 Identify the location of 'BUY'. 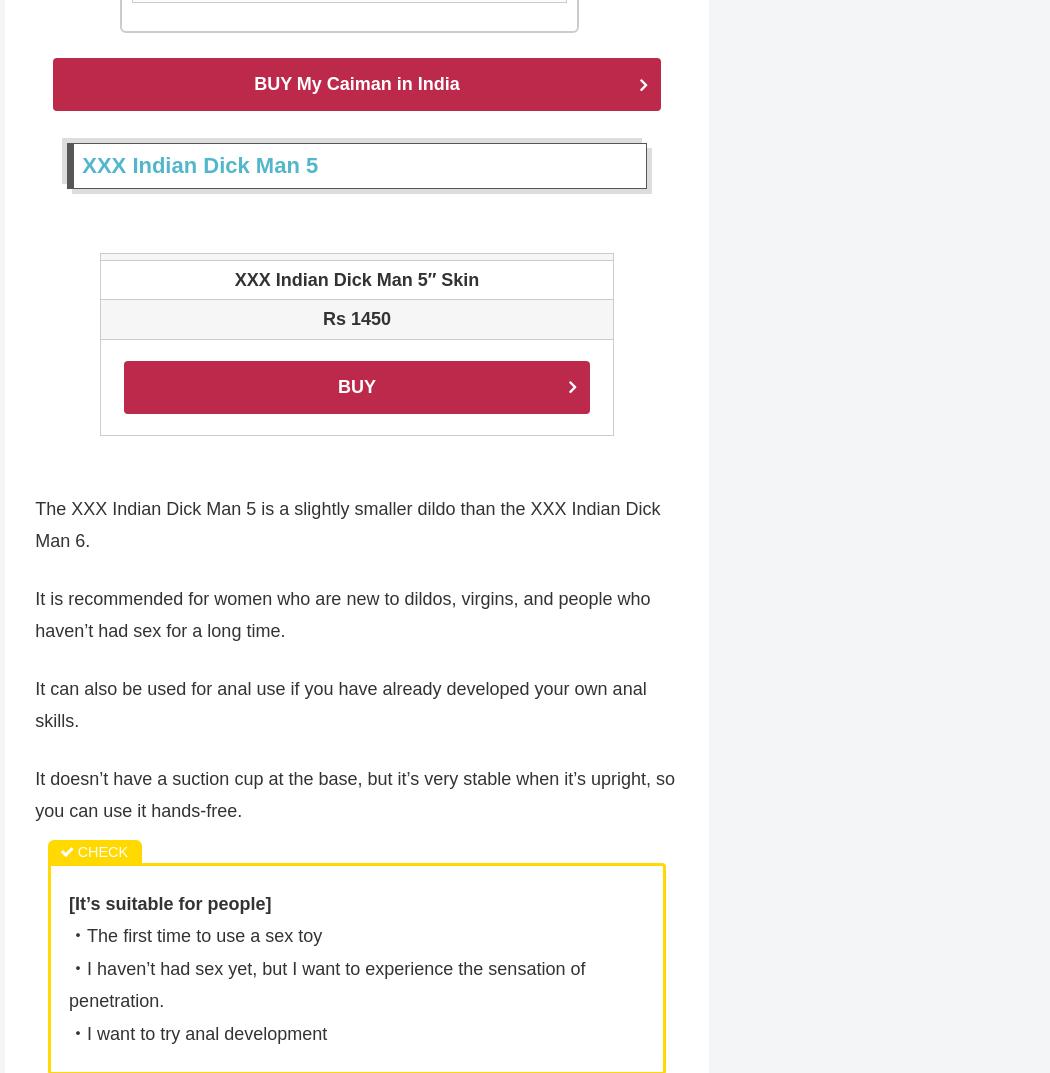
(337, 386).